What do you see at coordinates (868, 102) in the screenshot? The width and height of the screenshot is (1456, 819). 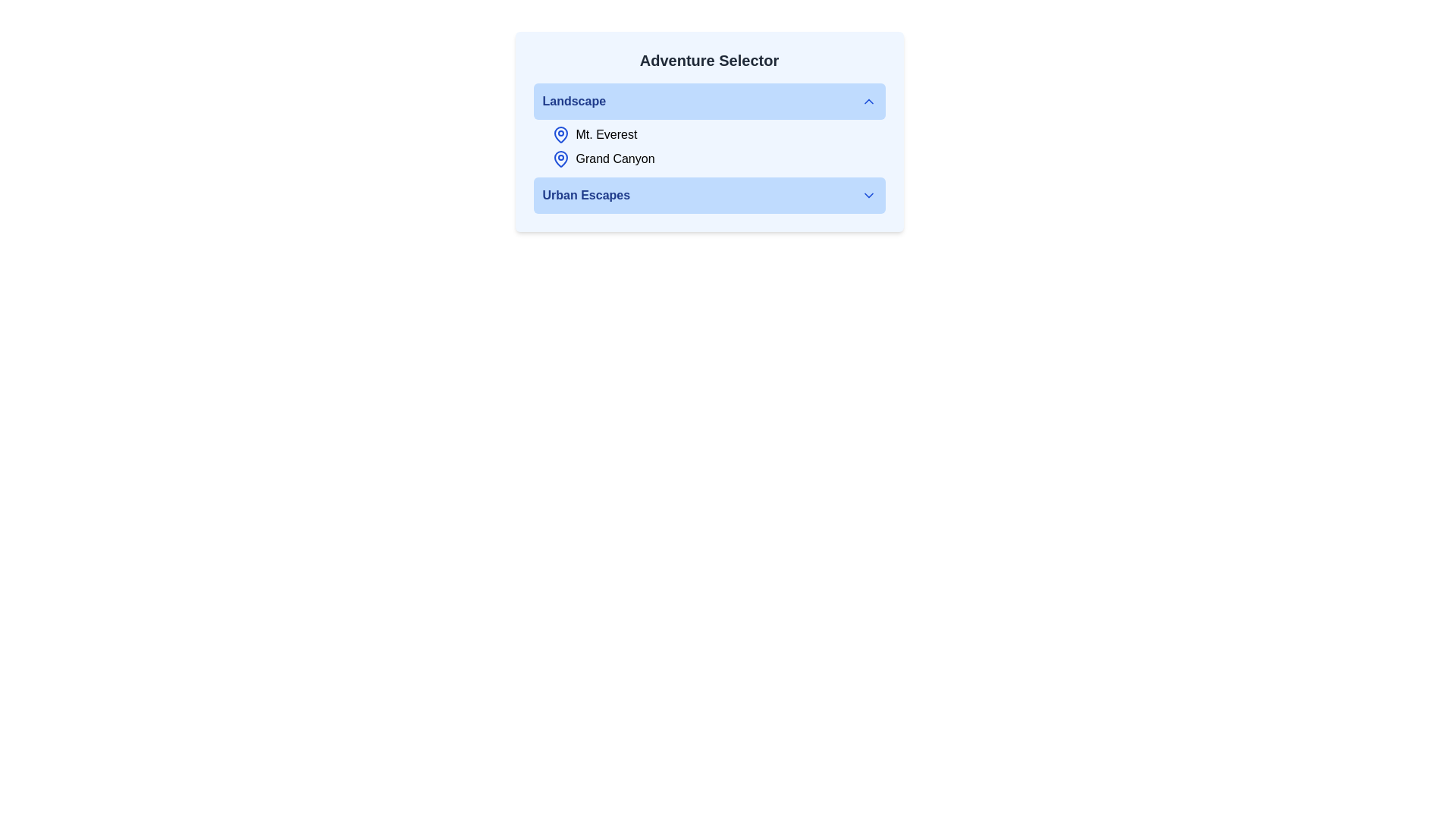 I see `the small upward-pointing blue chevron icon located at the far right end of the 'Landscape' rectangle in the 'Adventure Selector' interface` at bounding box center [868, 102].